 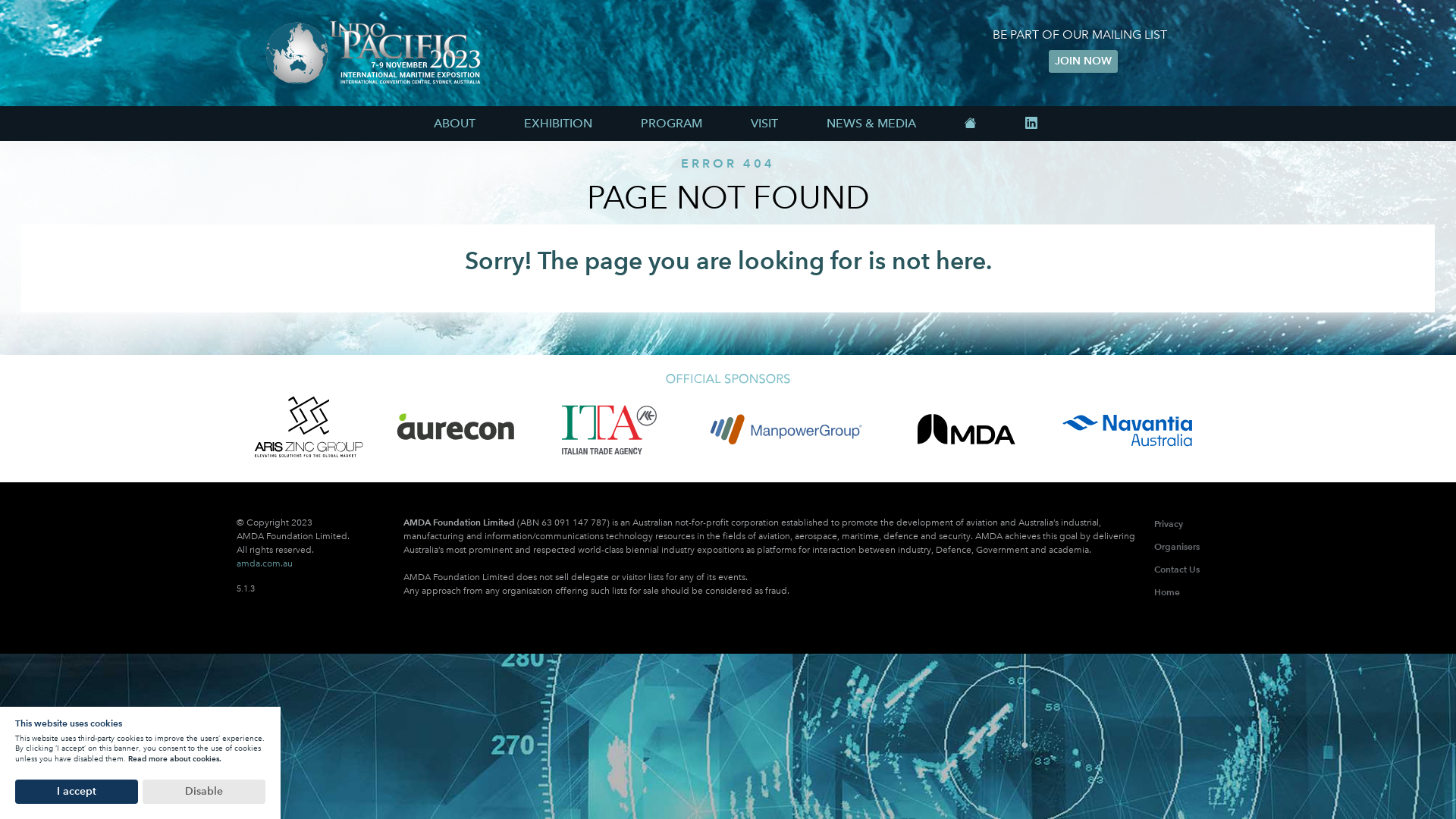 What do you see at coordinates (619, 122) in the screenshot?
I see `'PROGRAM'` at bounding box center [619, 122].